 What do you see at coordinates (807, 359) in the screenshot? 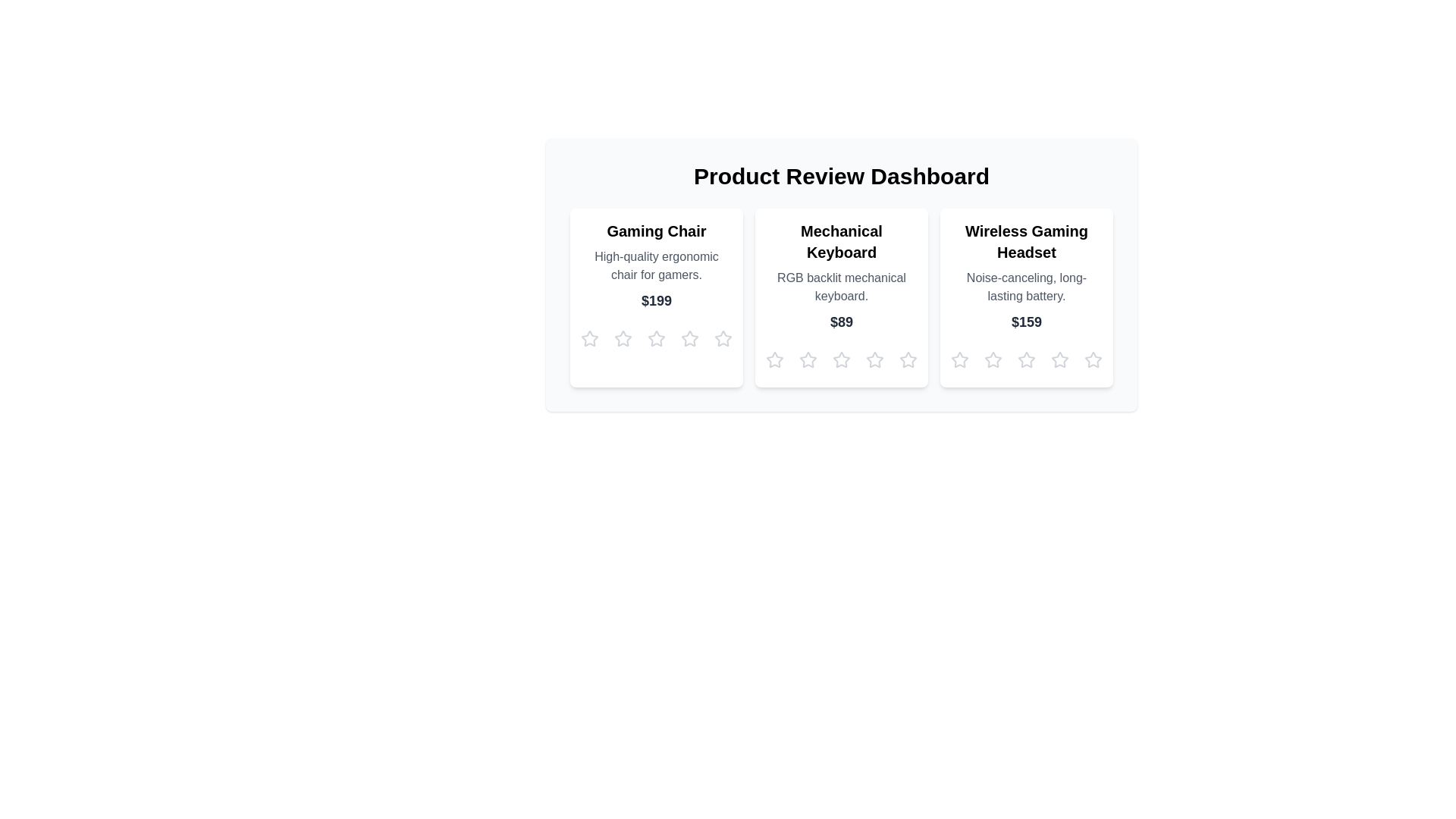
I see `the star corresponding to 2 for the product Mechanical Keyboard` at bounding box center [807, 359].